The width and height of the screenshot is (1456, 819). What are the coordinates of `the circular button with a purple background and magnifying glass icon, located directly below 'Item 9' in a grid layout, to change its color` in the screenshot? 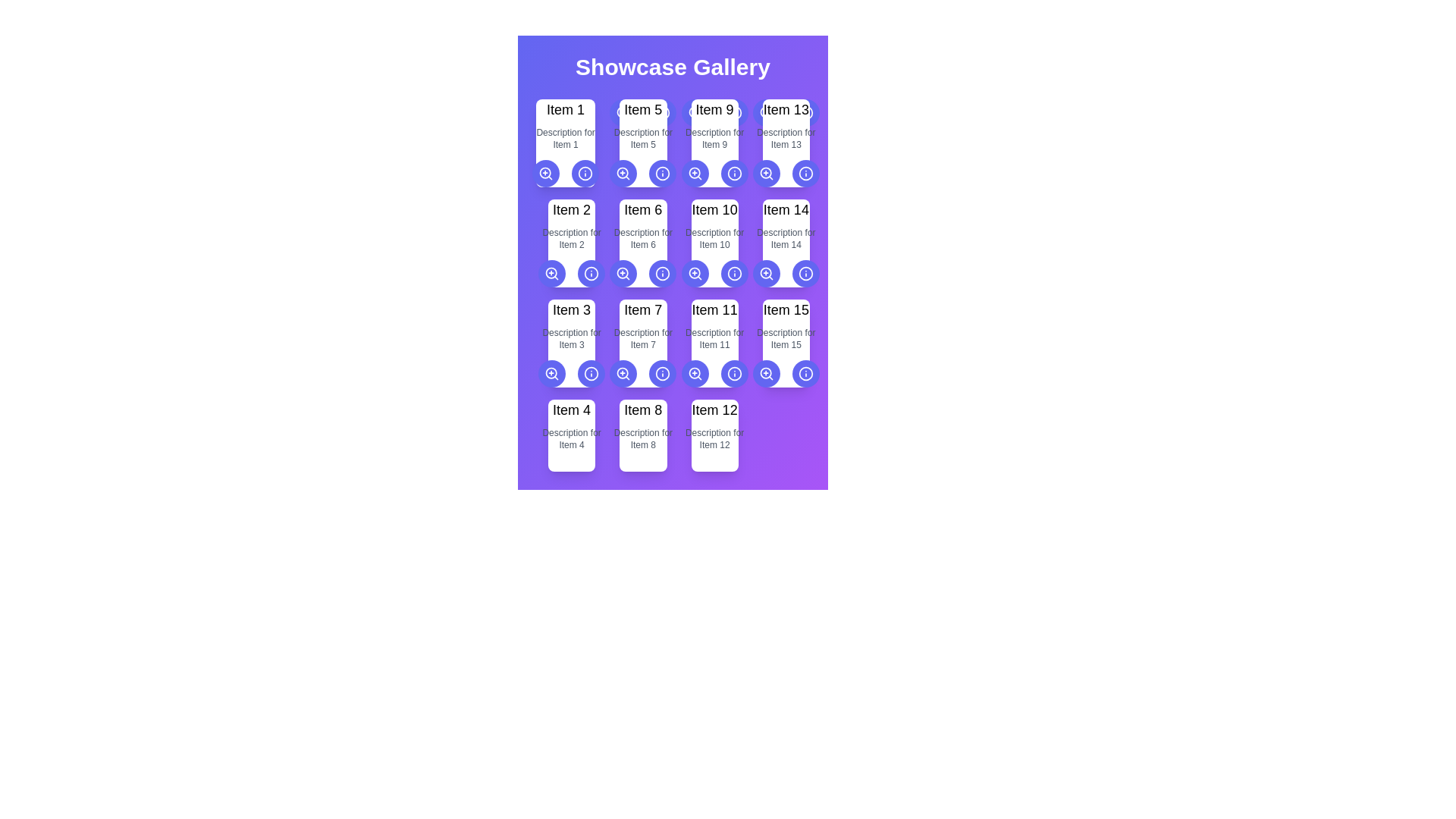 It's located at (766, 112).